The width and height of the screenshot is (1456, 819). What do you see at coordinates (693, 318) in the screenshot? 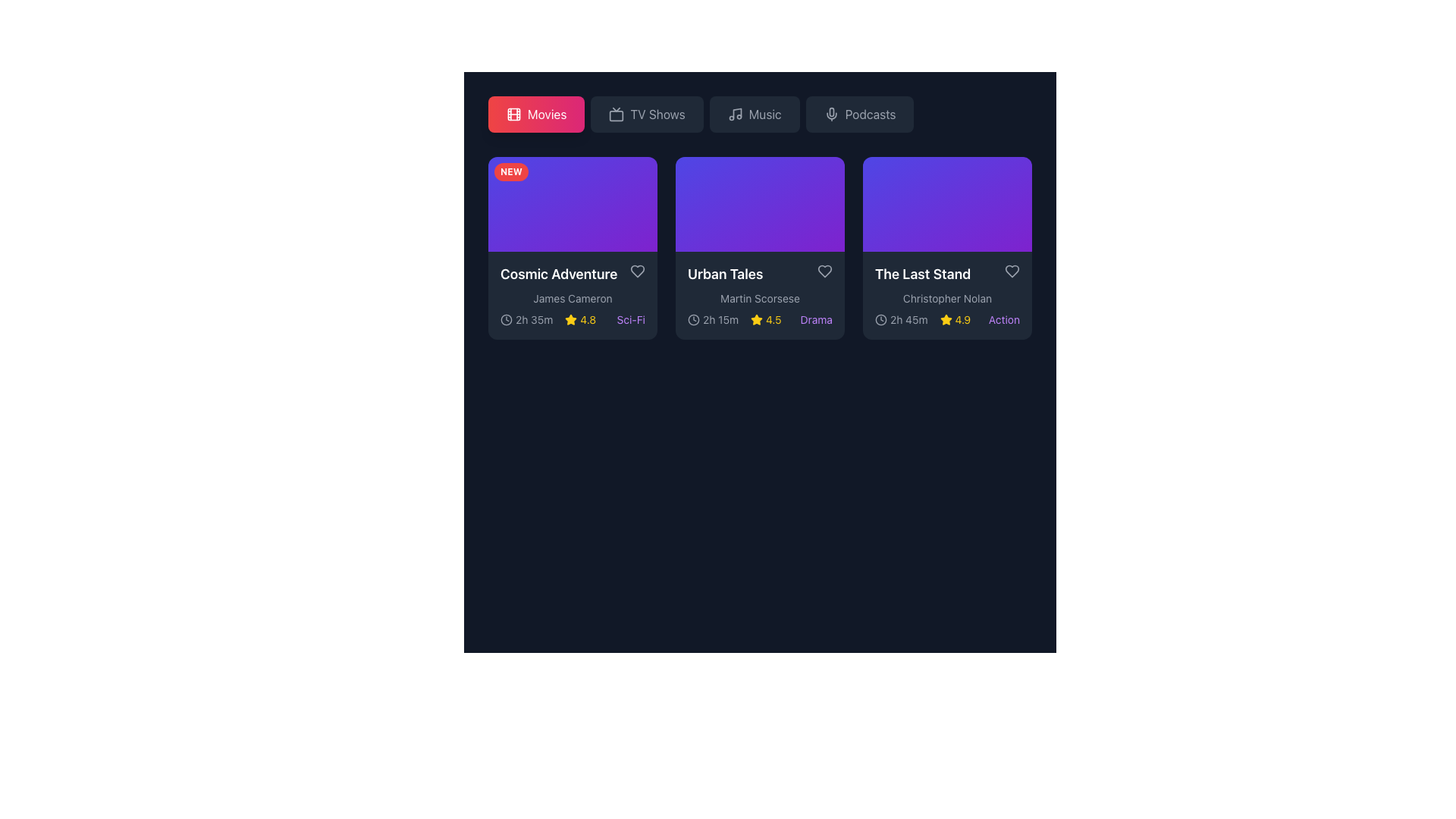
I see `the circular clock icon within the SVG graphic located on the 'Urban Tales' card, positioned near the bottom section next to the card details` at bounding box center [693, 318].